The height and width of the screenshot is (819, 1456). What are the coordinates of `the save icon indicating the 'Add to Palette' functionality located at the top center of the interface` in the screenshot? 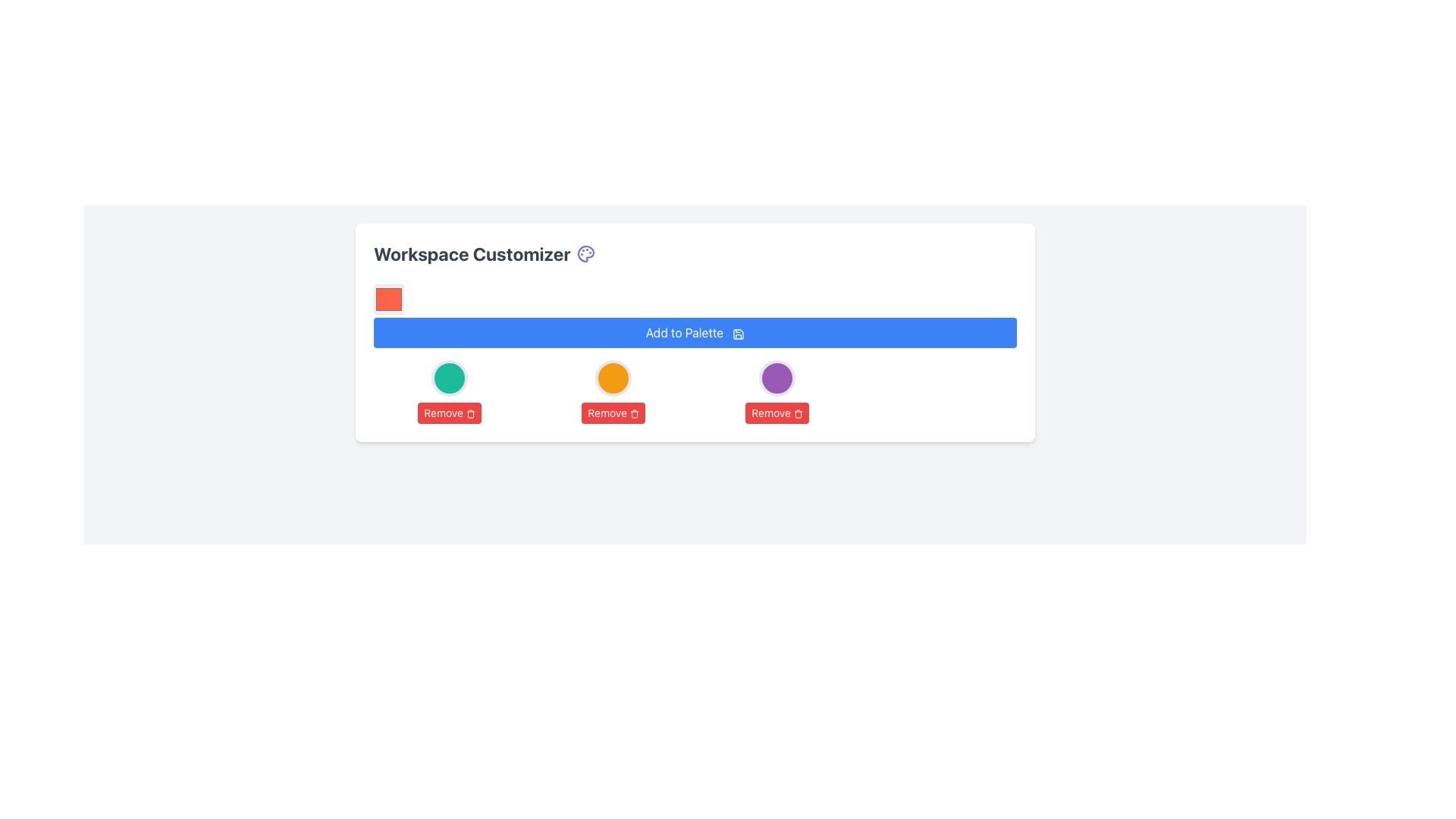 It's located at (739, 333).